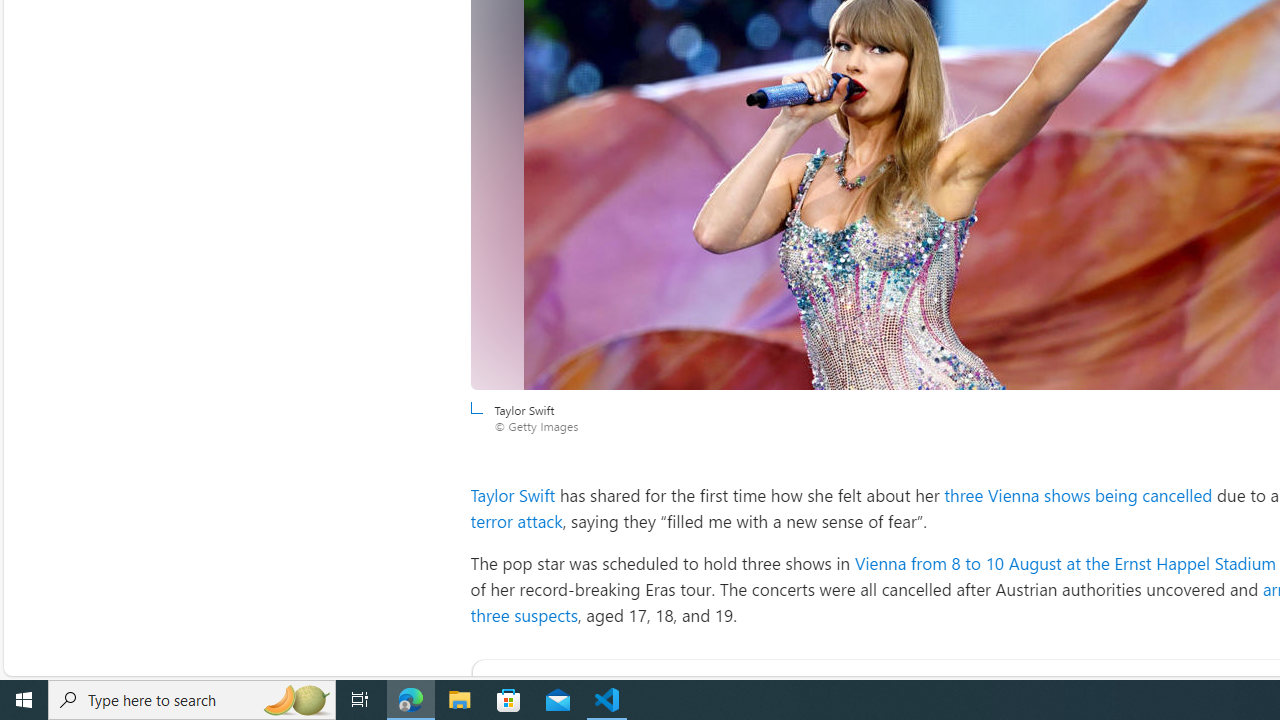 The image size is (1280, 720). Describe the element at coordinates (515, 495) in the screenshot. I see `'Taylor Swift '` at that location.